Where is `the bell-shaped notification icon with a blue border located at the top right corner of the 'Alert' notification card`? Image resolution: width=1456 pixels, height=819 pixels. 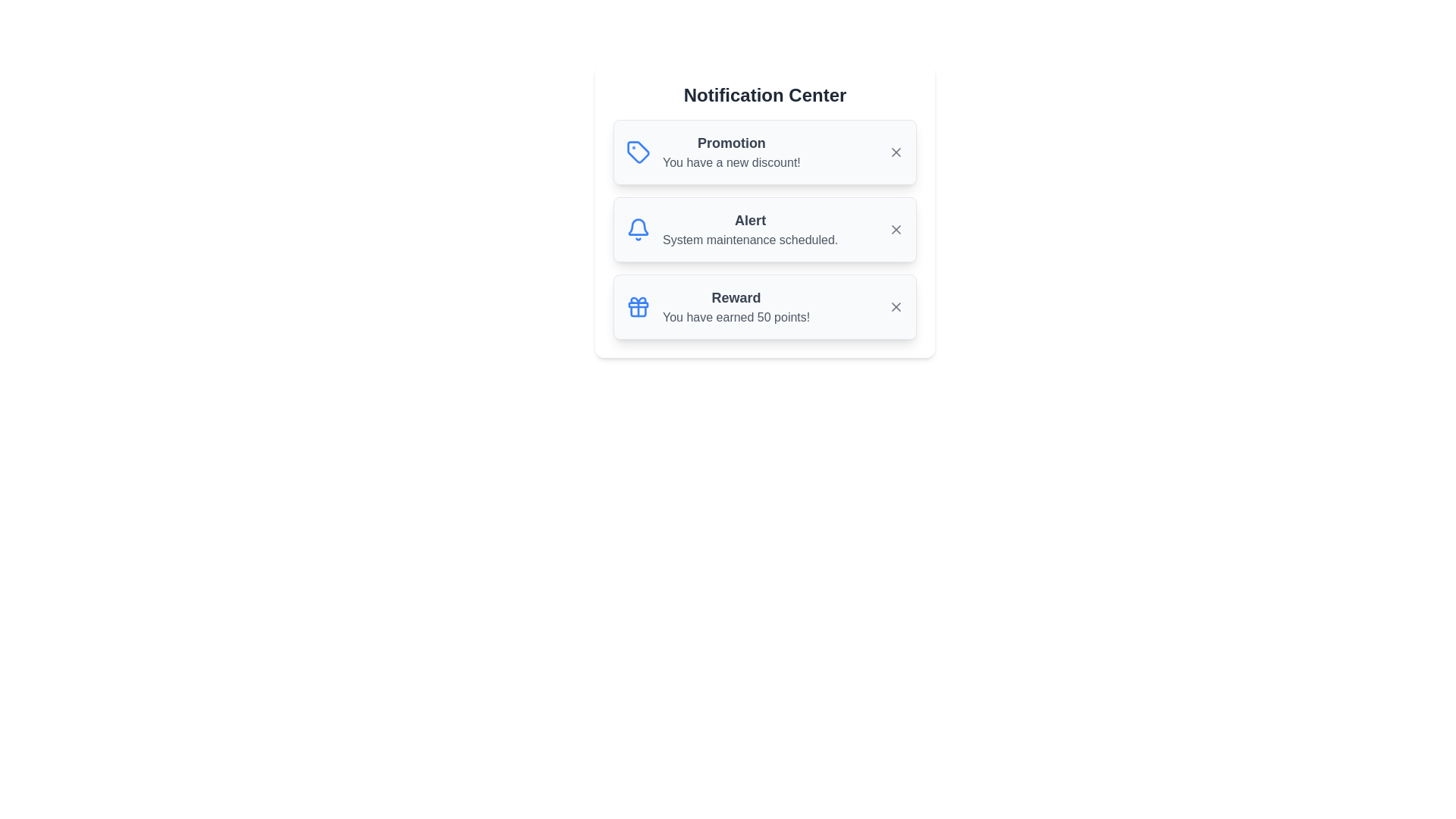 the bell-shaped notification icon with a blue border located at the top right corner of the 'Alert' notification card is located at coordinates (638, 227).